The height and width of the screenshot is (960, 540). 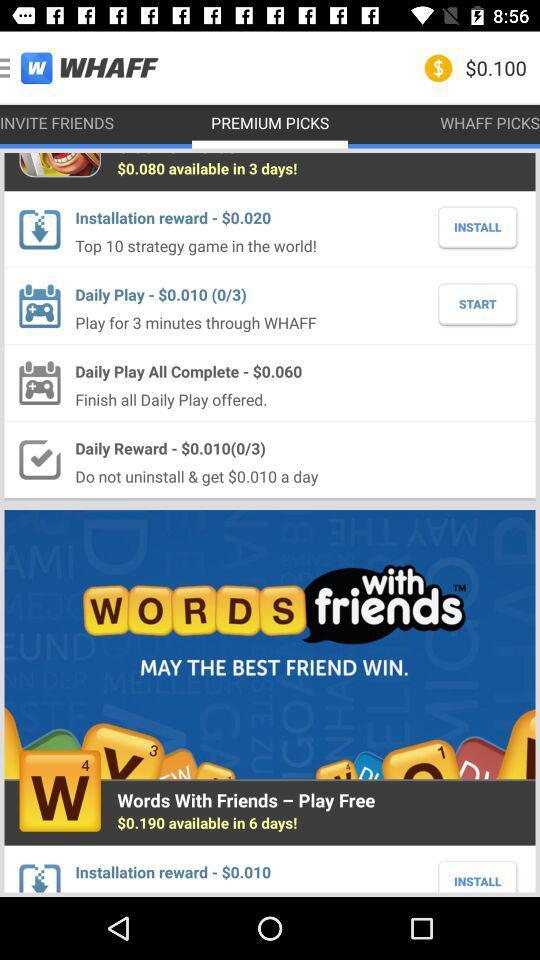 What do you see at coordinates (57, 121) in the screenshot?
I see `invite friends app` at bounding box center [57, 121].